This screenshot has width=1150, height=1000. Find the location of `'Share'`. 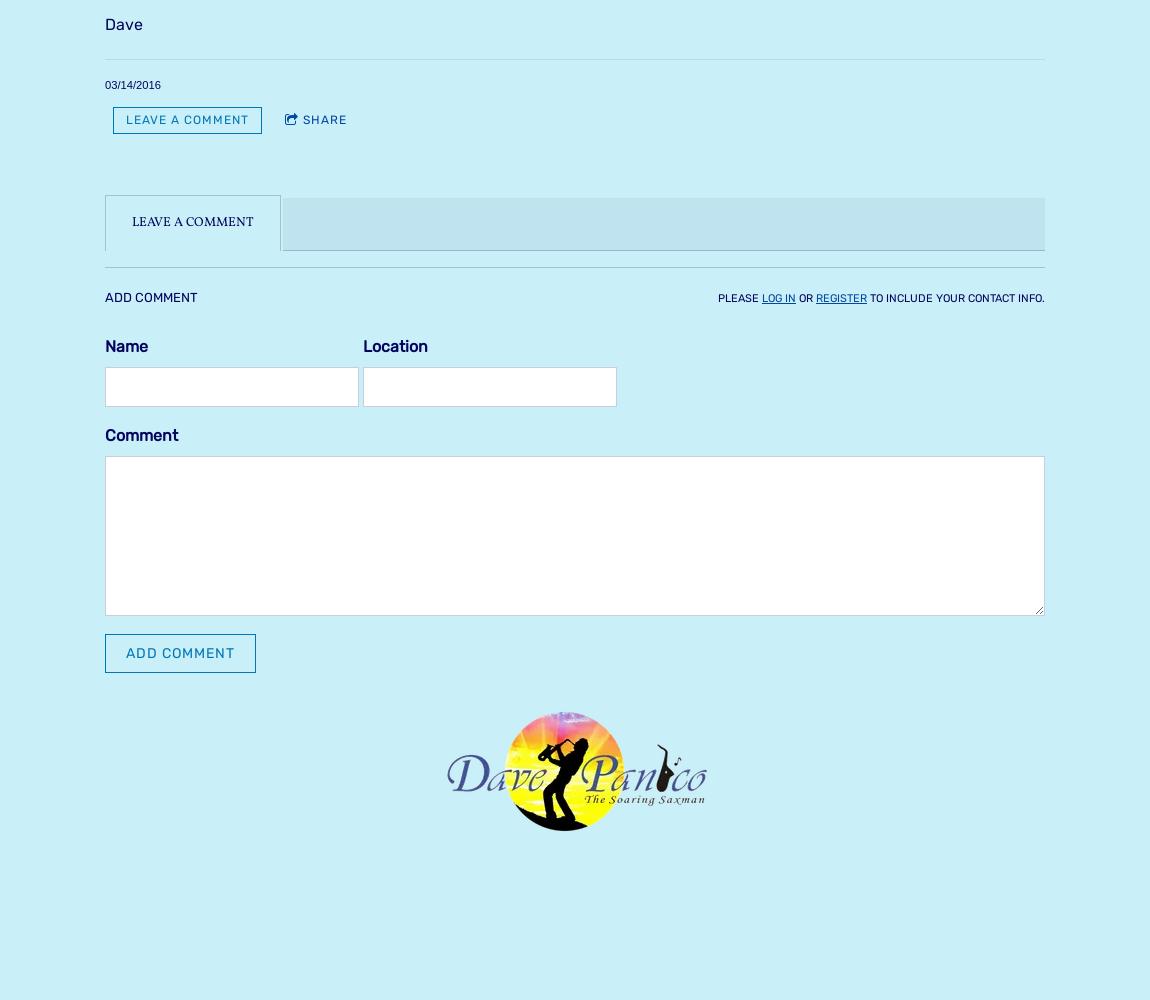

'Share' is located at coordinates (303, 119).